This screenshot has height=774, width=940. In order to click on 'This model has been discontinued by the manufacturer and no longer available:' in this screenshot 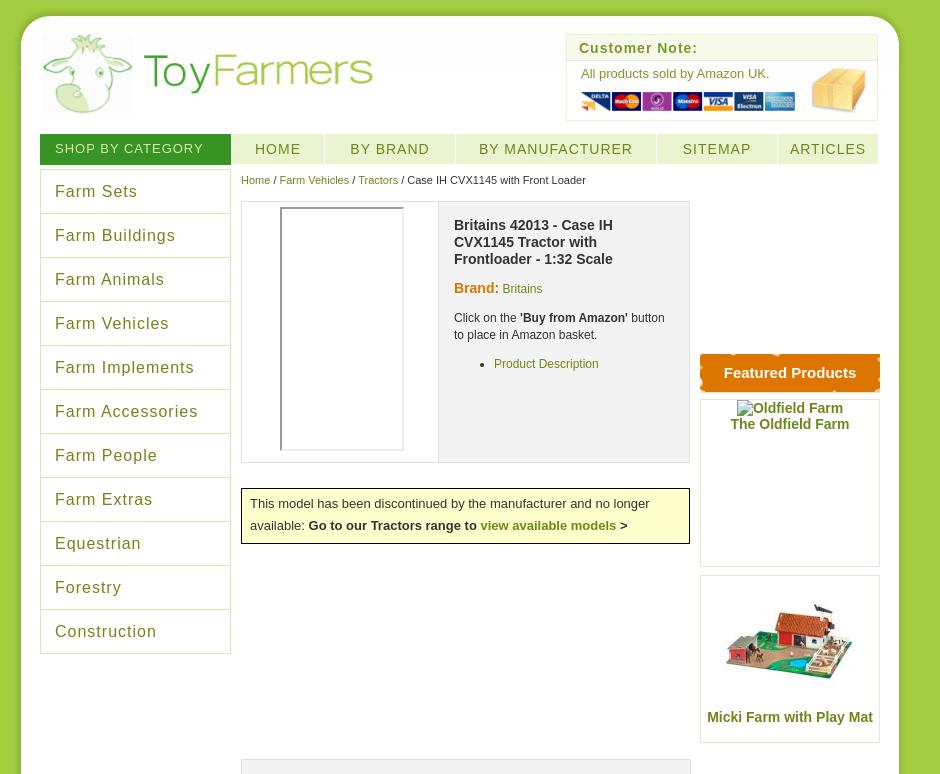, I will do `click(448, 513)`.